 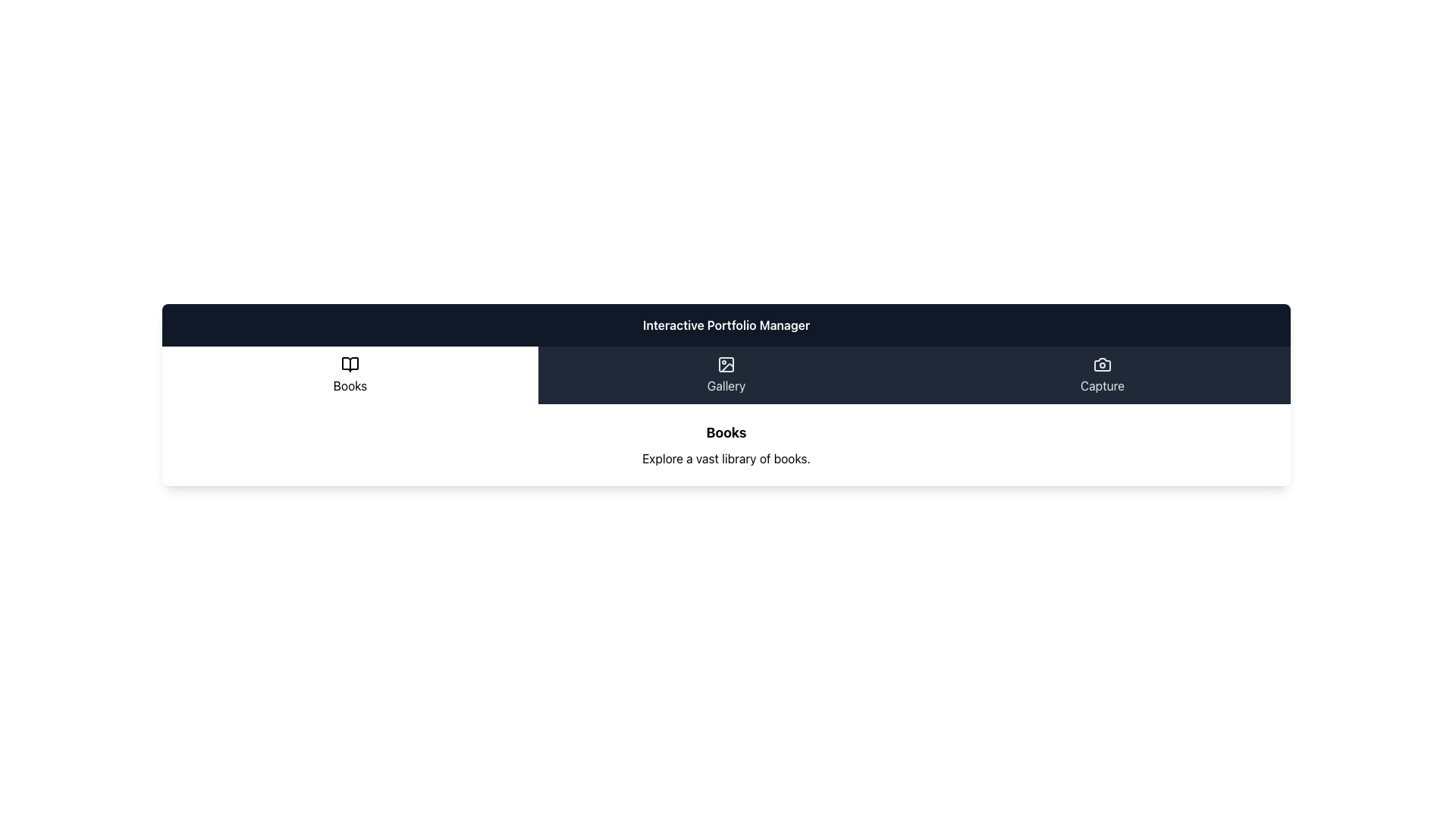 I want to click on the first interactive tile or button on the left side below the dark header bar titled 'Interactive Portfolio Manager', so click(x=349, y=375).